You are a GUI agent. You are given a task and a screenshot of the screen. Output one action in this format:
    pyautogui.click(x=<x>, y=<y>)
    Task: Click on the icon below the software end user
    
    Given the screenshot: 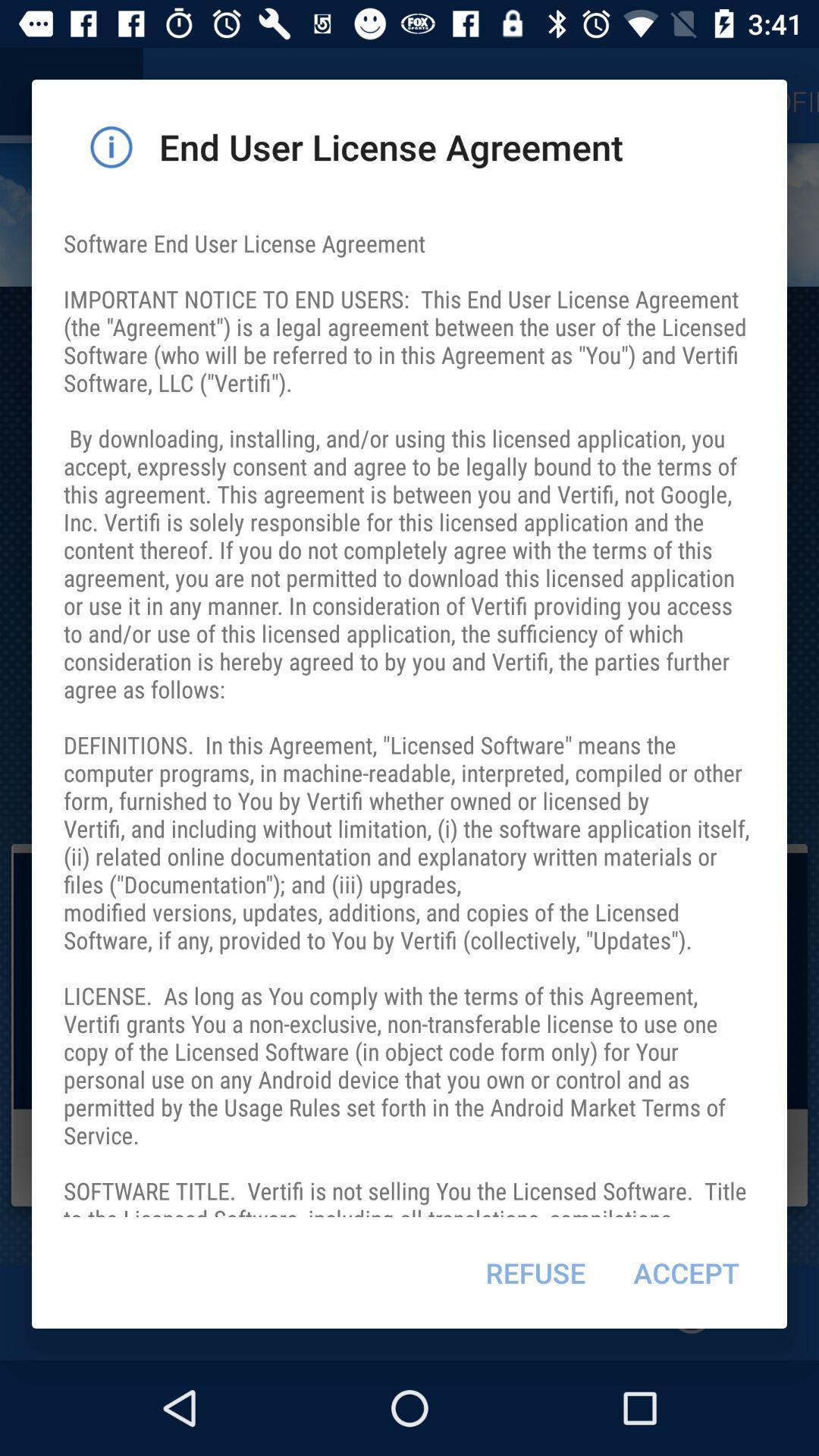 What is the action you would take?
    pyautogui.click(x=535, y=1272)
    